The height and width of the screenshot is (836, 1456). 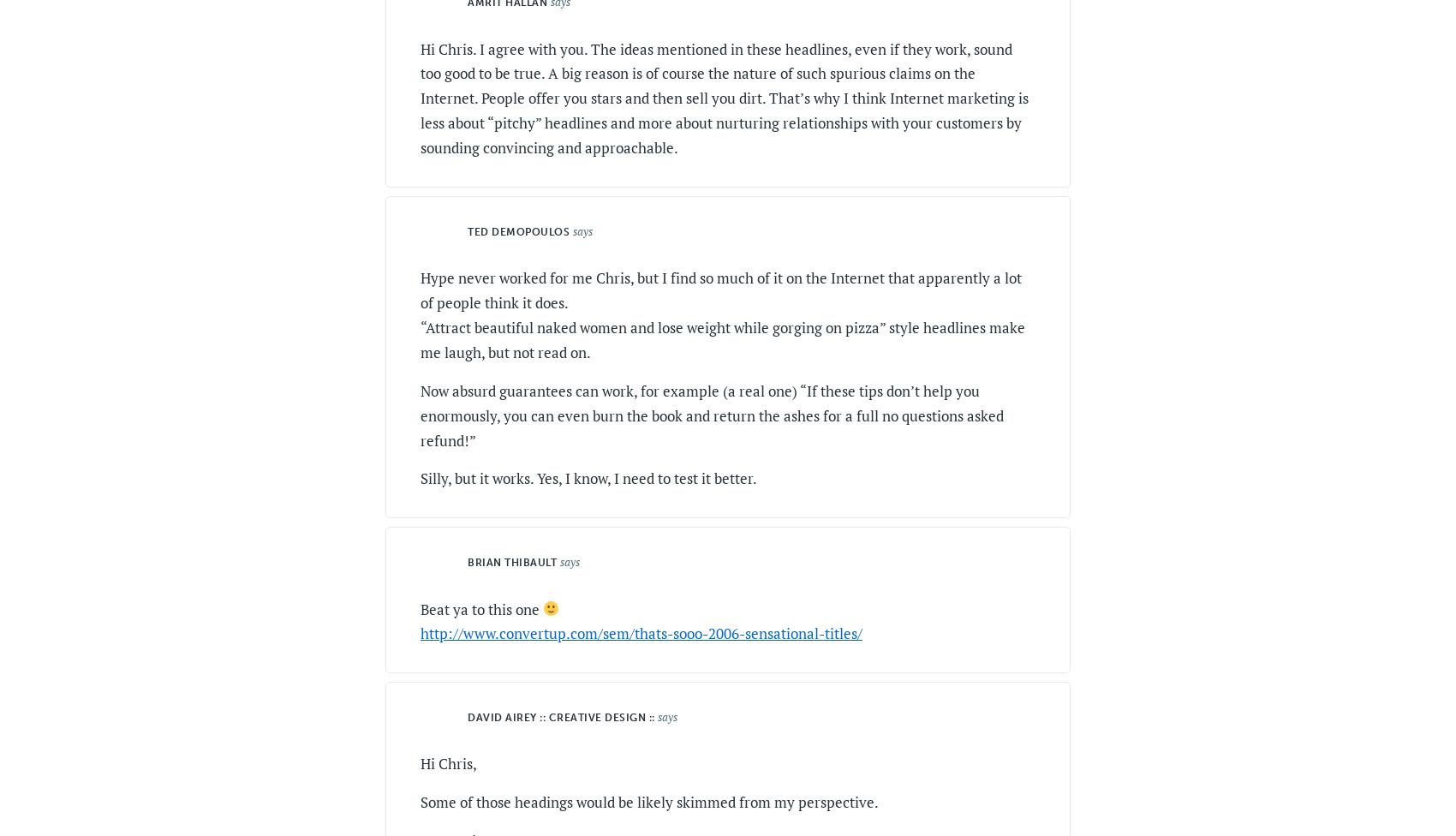 What do you see at coordinates (711, 414) in the screenshot?
I see `'Now absurd guarantees can work, for example (a real one) “If these tips don’t help you enormously, you can even burn the book and return the ashes for a full no questions asked refund!”'` at bounding box center [711, 414].